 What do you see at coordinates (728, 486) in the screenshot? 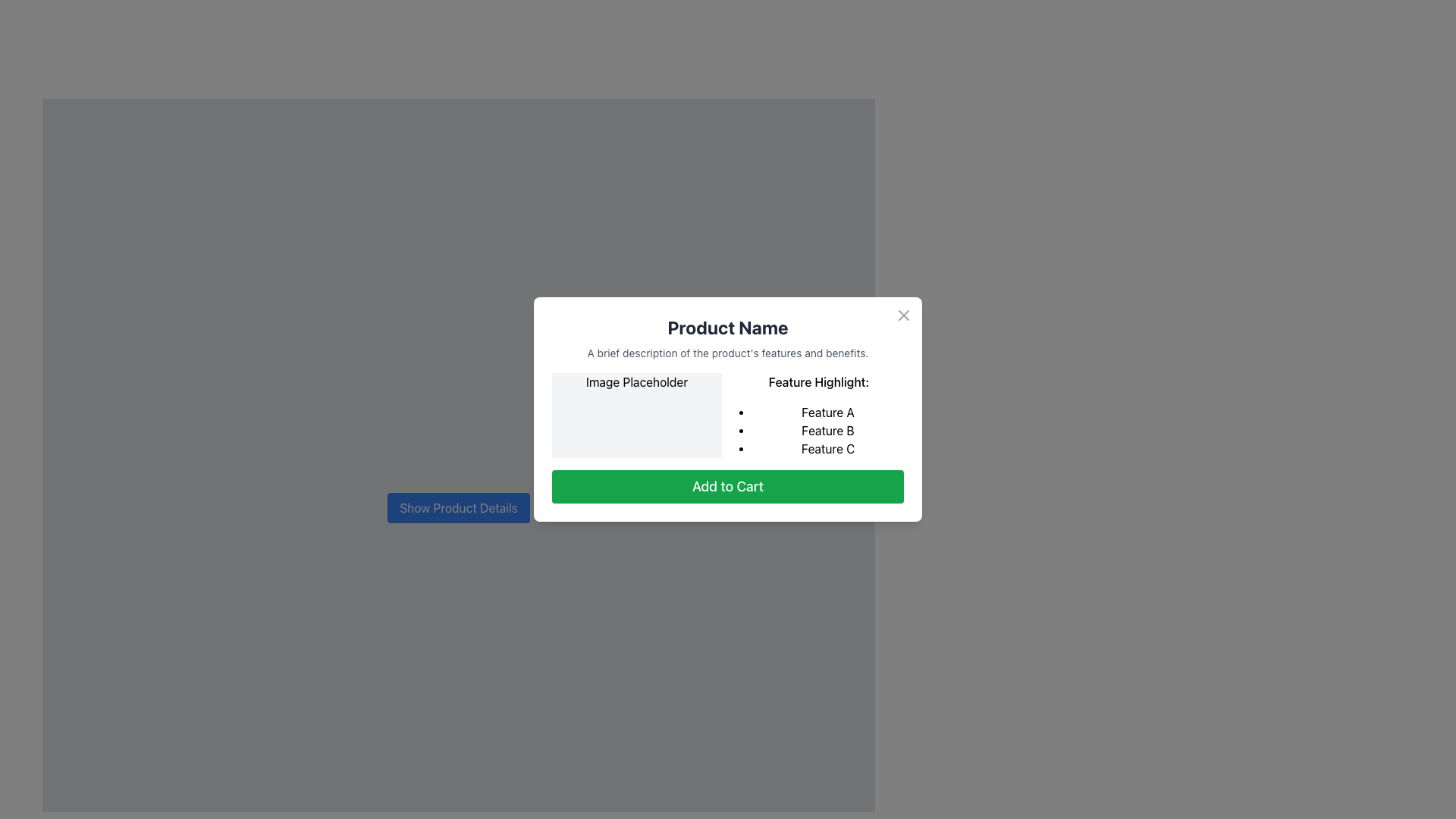
I see `the button at the bottom of the modal` at bounding box center [728, 486].